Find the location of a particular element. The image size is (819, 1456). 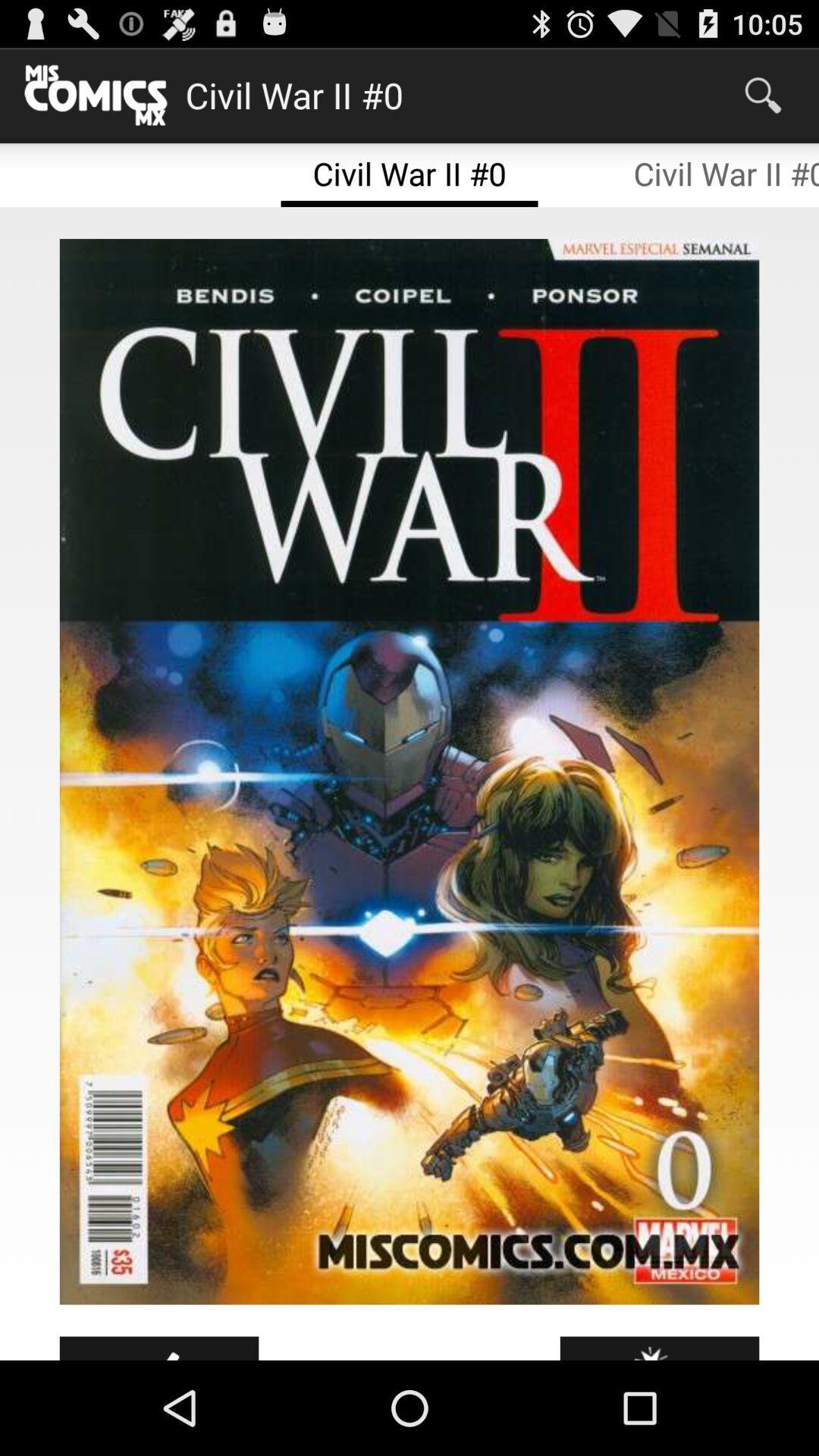

the app to the right of the civil war ii app is located at coordinates (763, 94).